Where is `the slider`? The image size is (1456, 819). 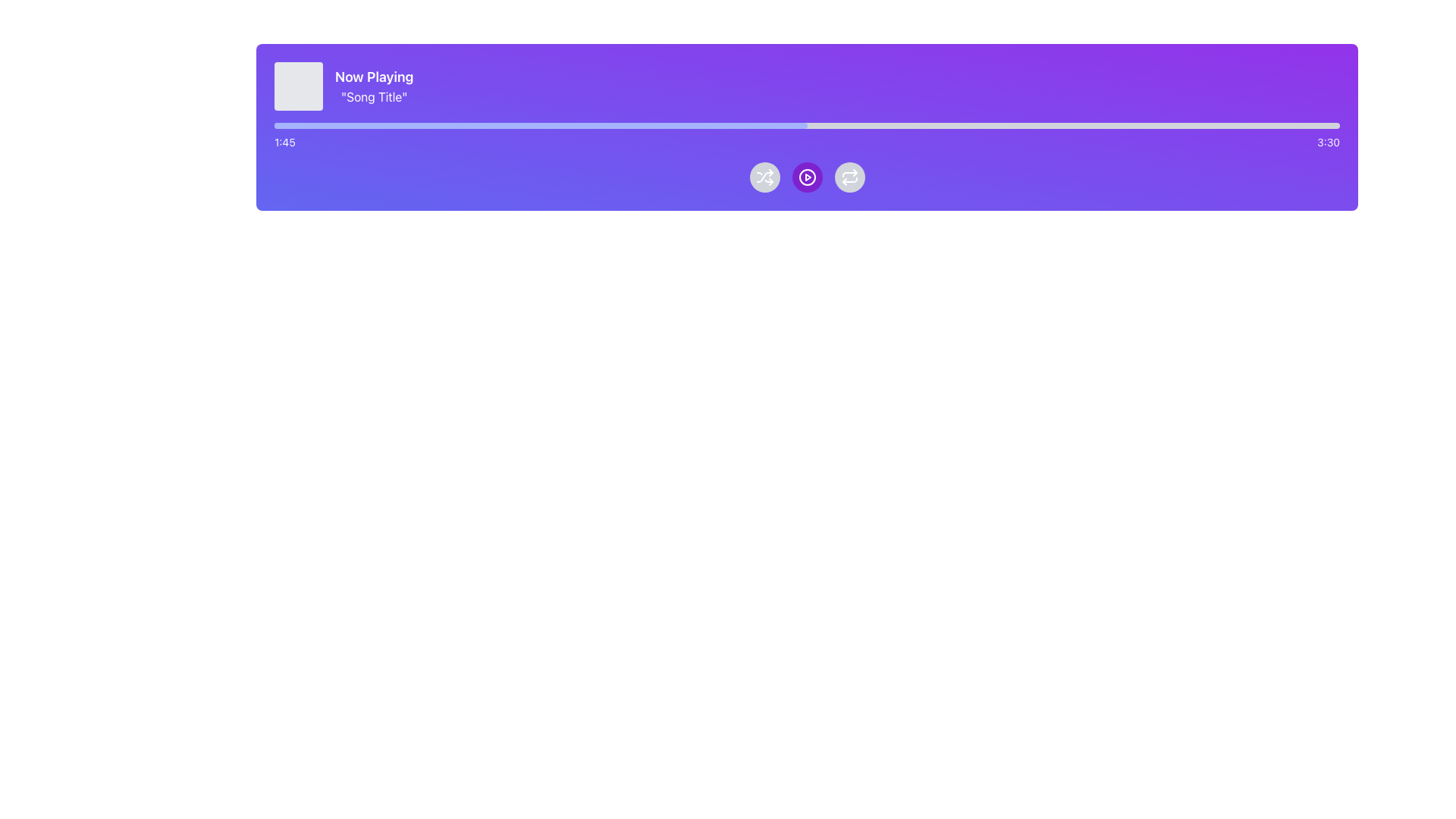
the slider is located at coordinates (1274, 124).